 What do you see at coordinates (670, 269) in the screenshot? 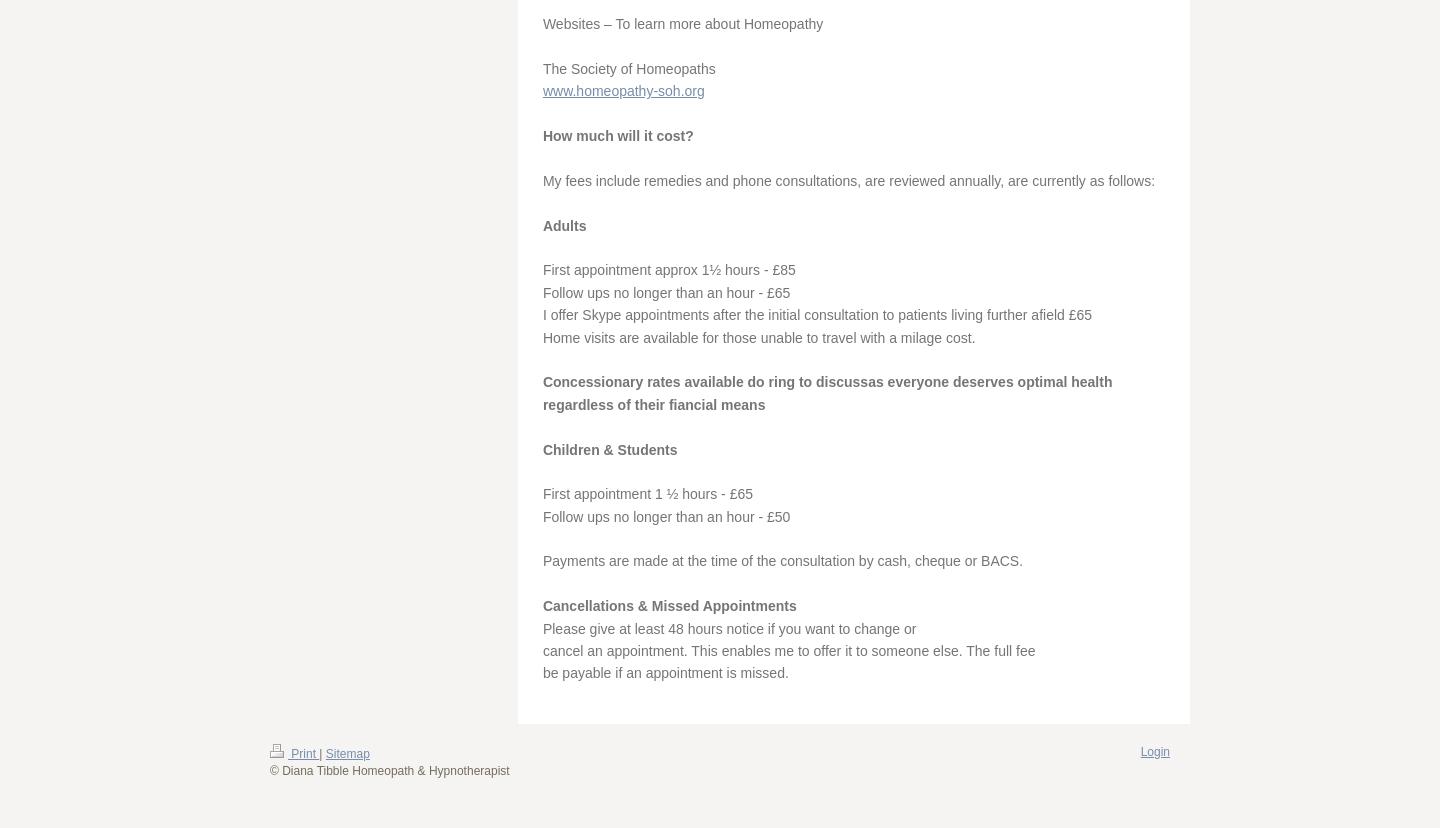
I see `'First appointment approx 1½ hours - £85'` at bounding box center [670, 269].